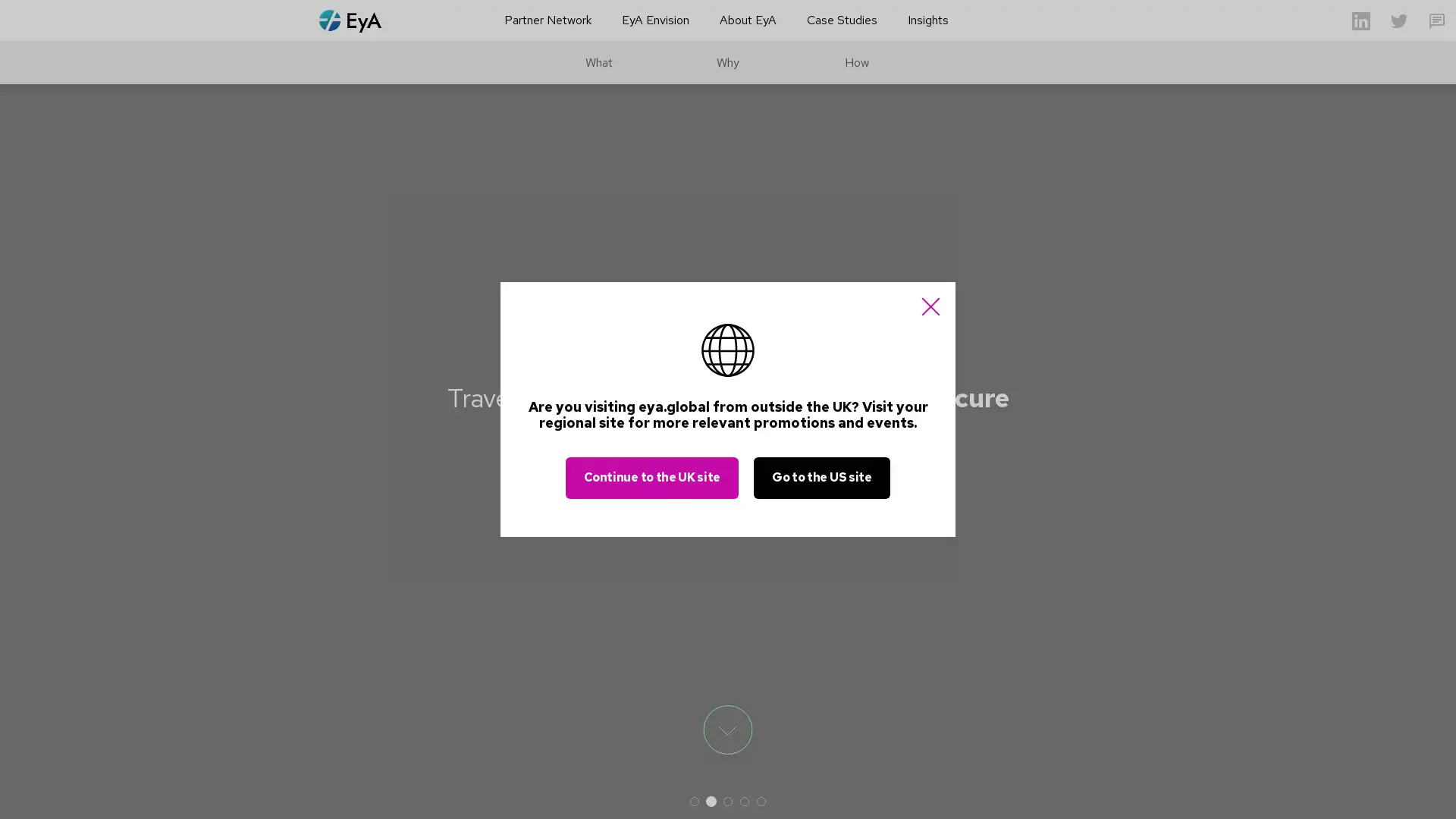 Image resolution: width=1456 pixels, height=819 pixels. Describe the element at coordinates (761, 800) in the screenshot. I see `5` at that location.